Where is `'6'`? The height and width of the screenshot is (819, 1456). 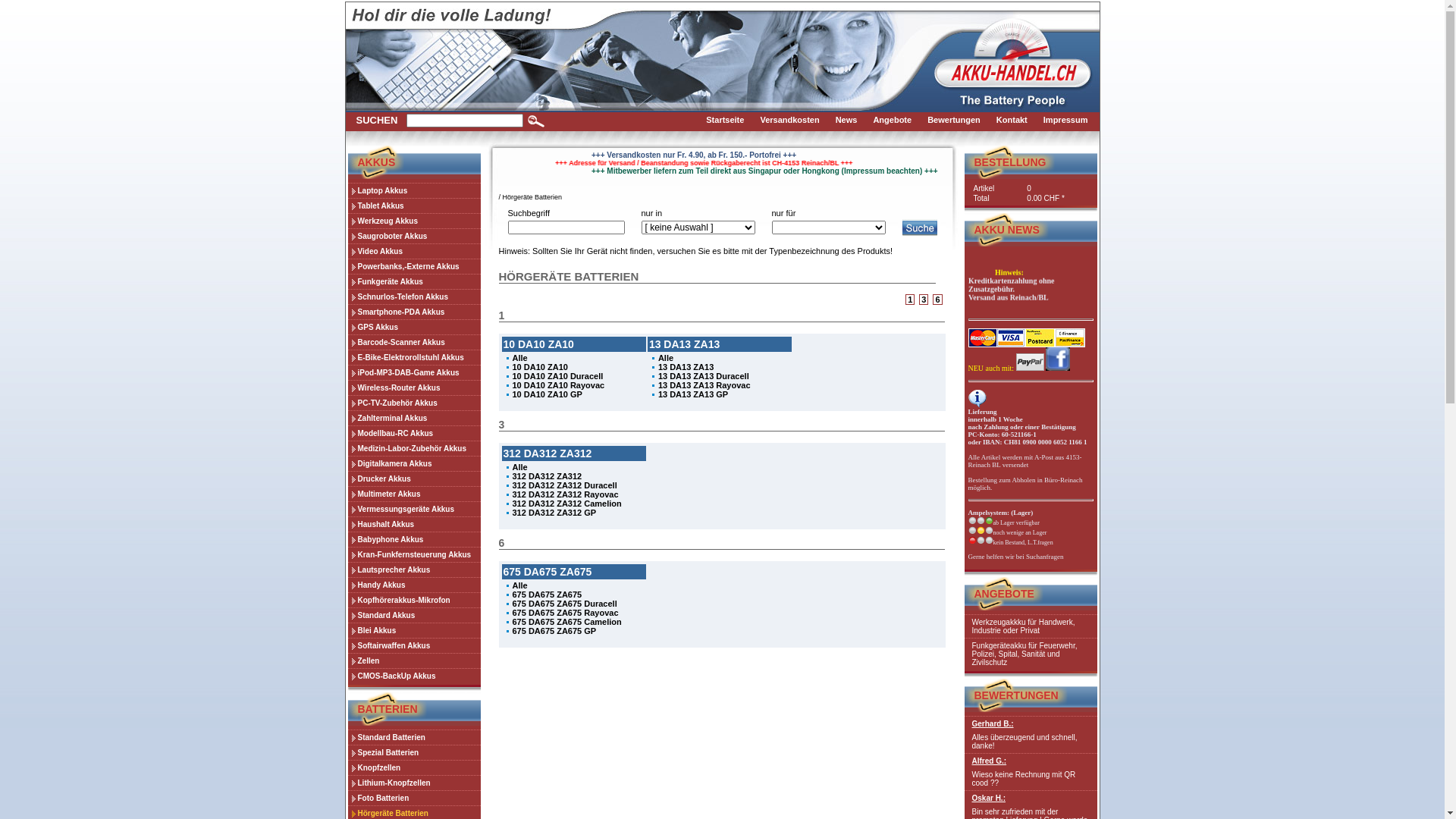 '6' is located at coordinates (937, 299).